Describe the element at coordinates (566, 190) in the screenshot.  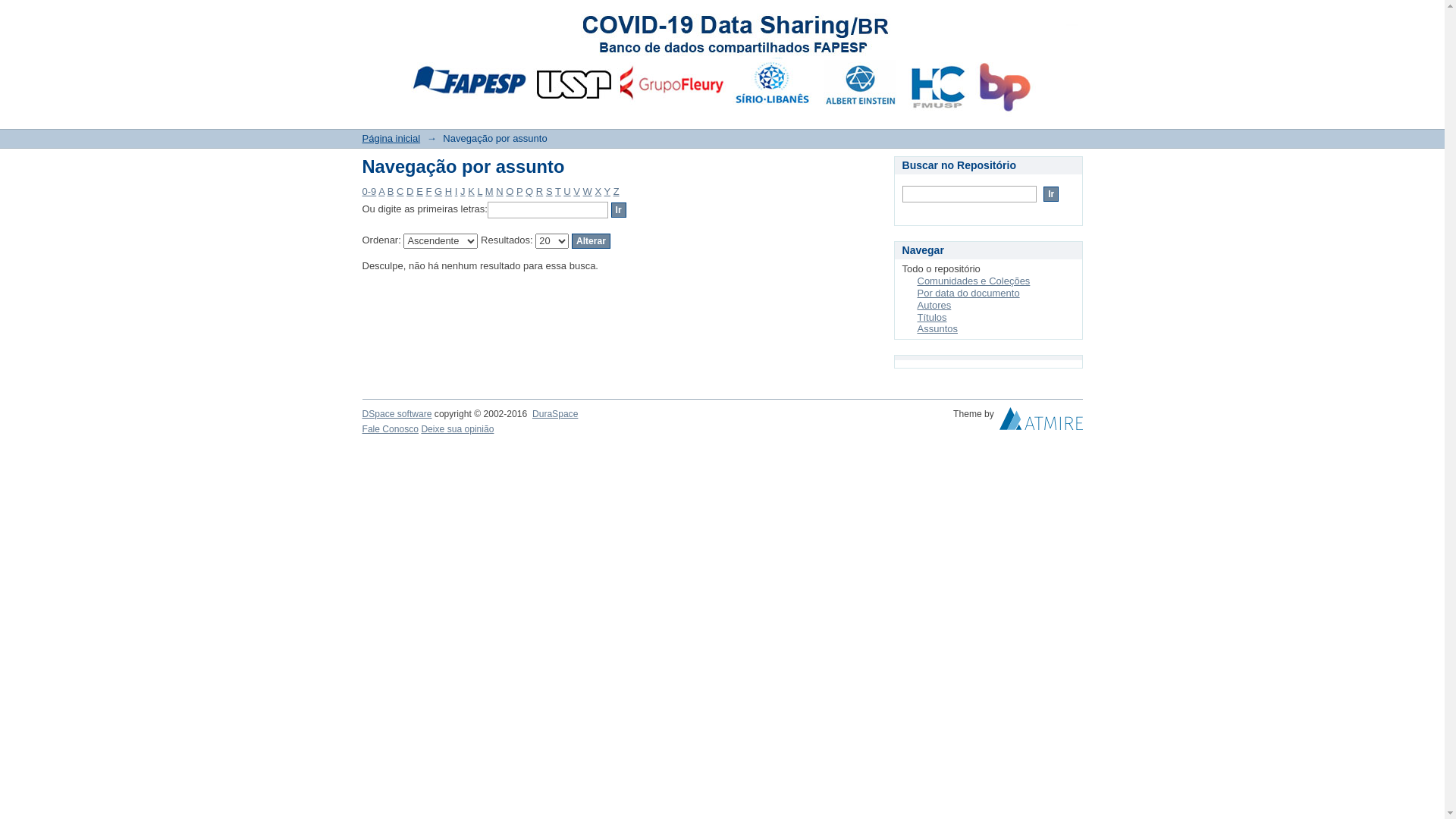
I see `'U'` at that location.